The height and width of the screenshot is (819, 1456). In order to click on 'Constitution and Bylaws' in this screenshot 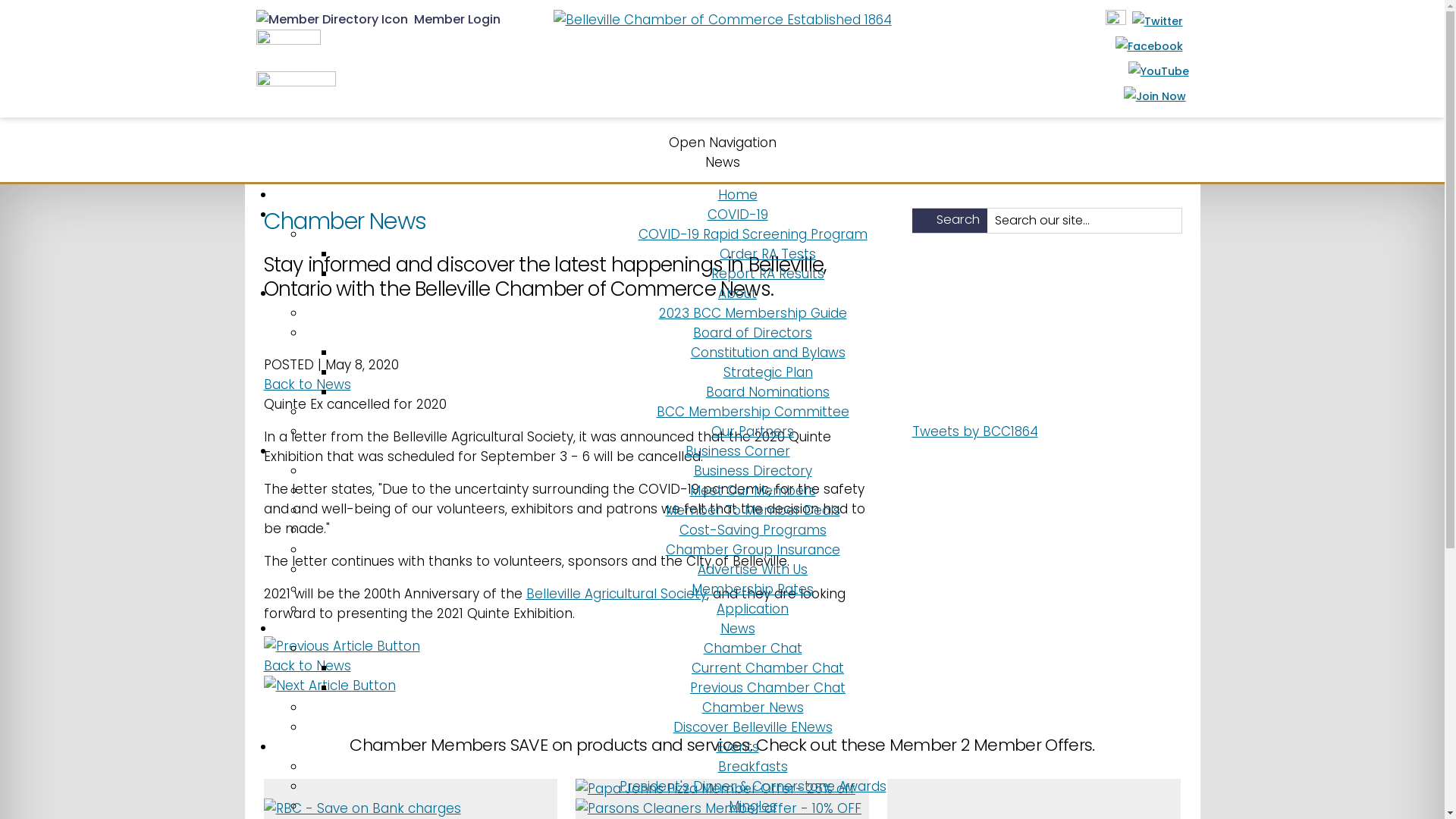, I will do `click(767, 353)`.